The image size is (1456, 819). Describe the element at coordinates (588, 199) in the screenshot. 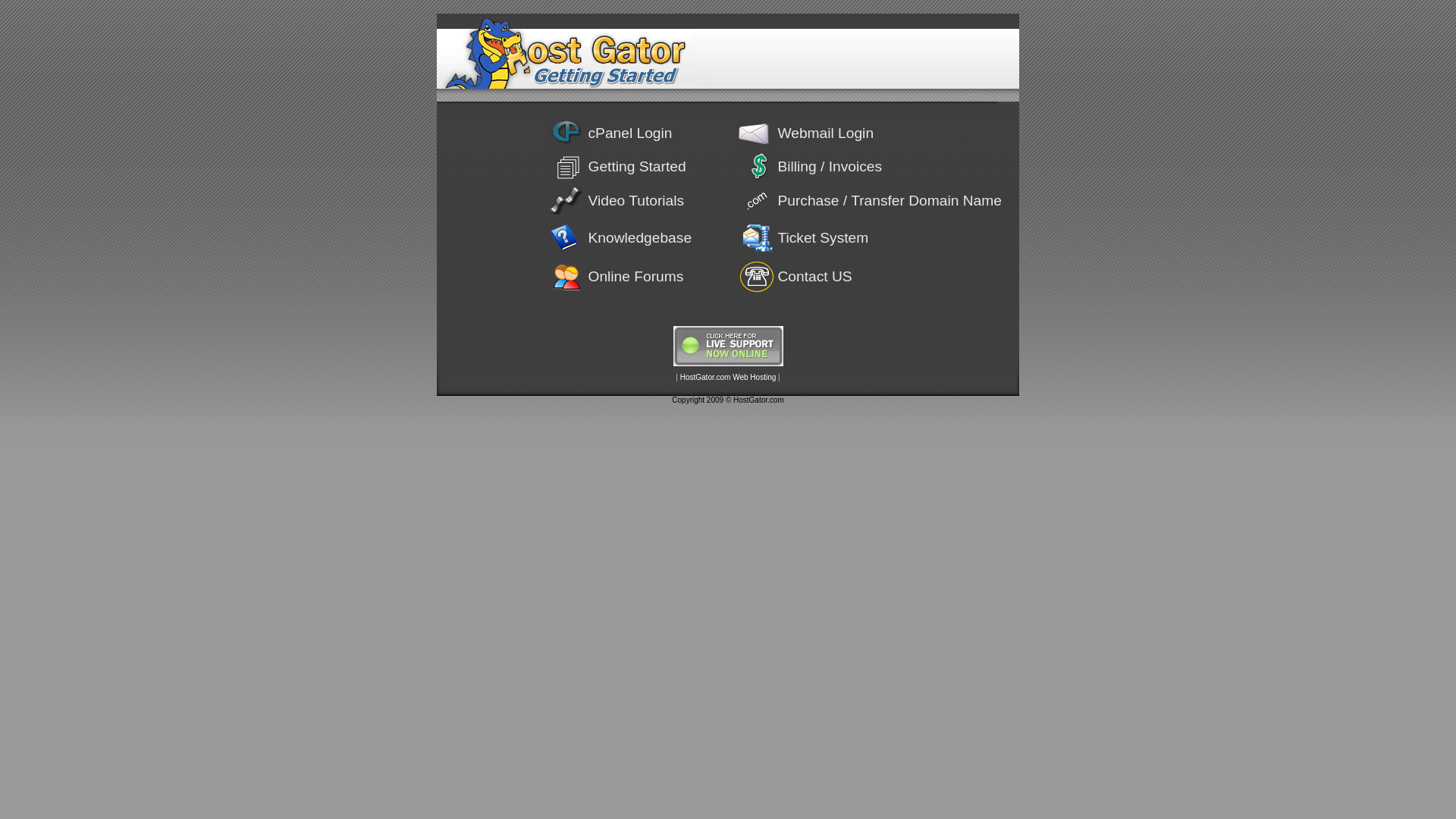

I see `'Video Tutorials'` at that location.